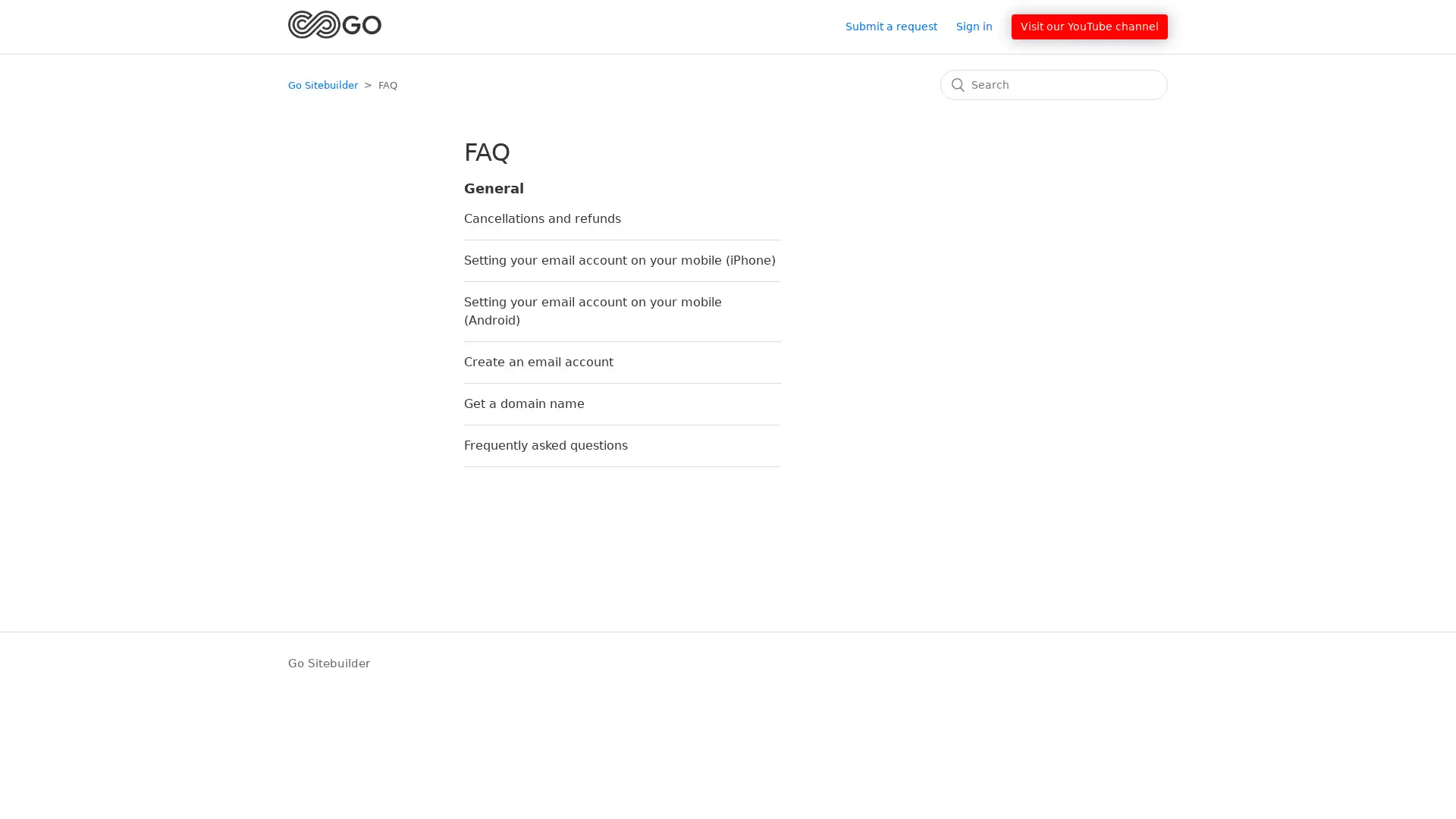 The width and height of the screenshot is (1456, 819). What do you see at coordinates (982, 26) in the screenshot?
I see `Sign in` at bounding box center [982, 26].